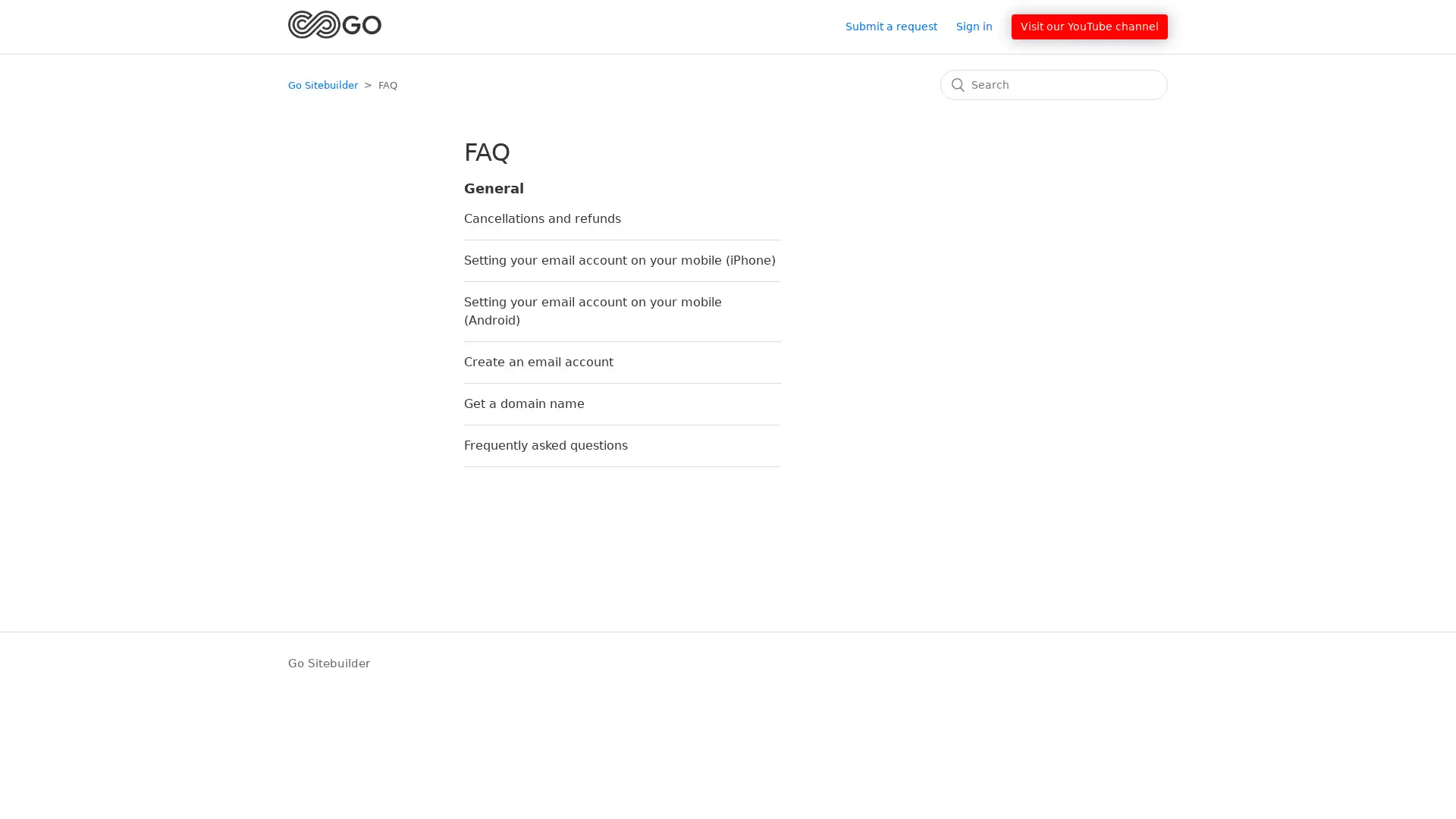 The width and height of the screenshot is (1456, 819). What do you see at coordinates (982, 26) in the screenshot?
I see `Sign in` at bounding box center [982, 26].